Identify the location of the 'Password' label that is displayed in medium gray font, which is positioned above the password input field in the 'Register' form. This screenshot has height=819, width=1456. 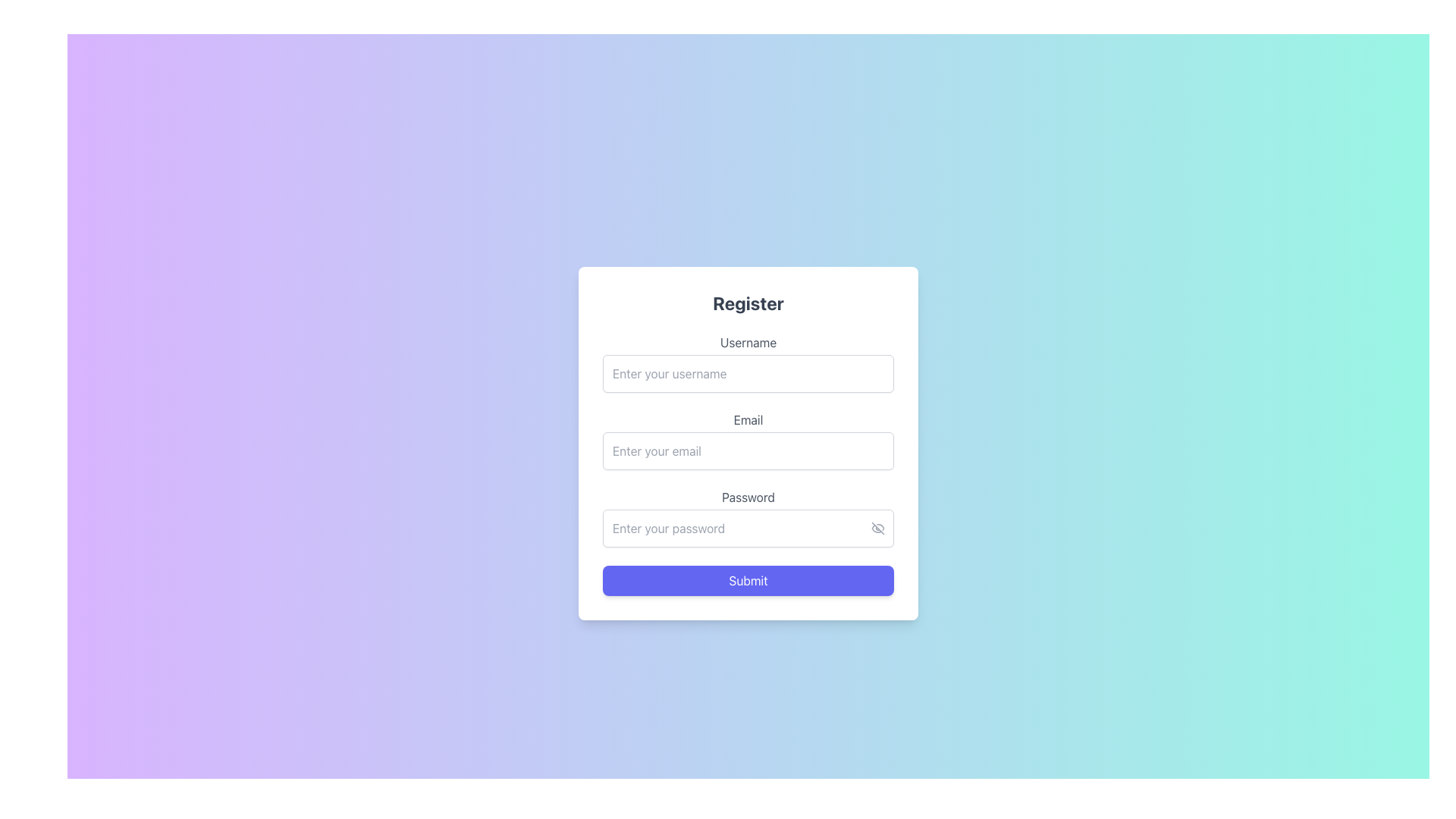
(748, 497).